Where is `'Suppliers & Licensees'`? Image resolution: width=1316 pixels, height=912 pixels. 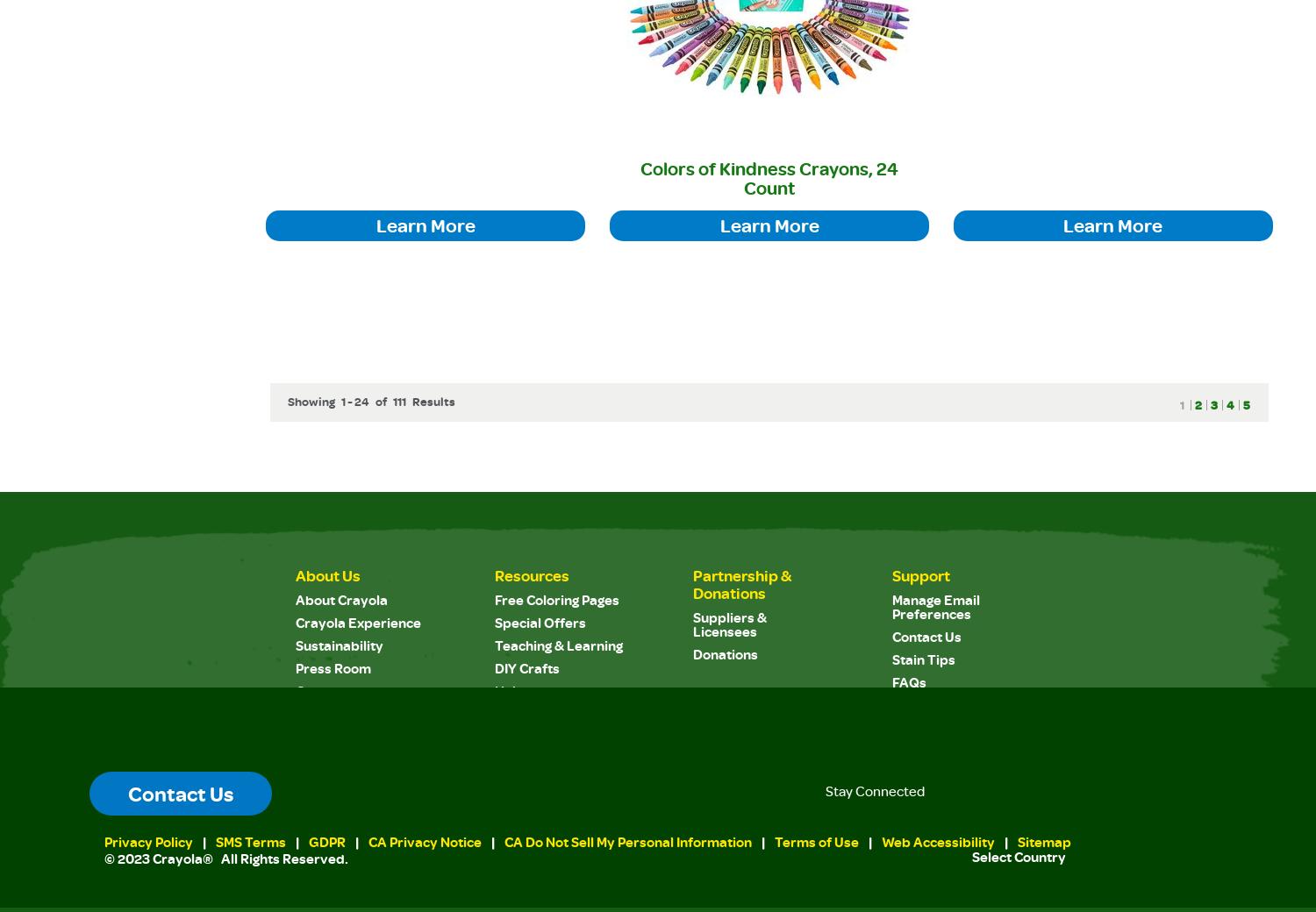
'Suppliers & Licensees' is located at coordinates (729, 623).